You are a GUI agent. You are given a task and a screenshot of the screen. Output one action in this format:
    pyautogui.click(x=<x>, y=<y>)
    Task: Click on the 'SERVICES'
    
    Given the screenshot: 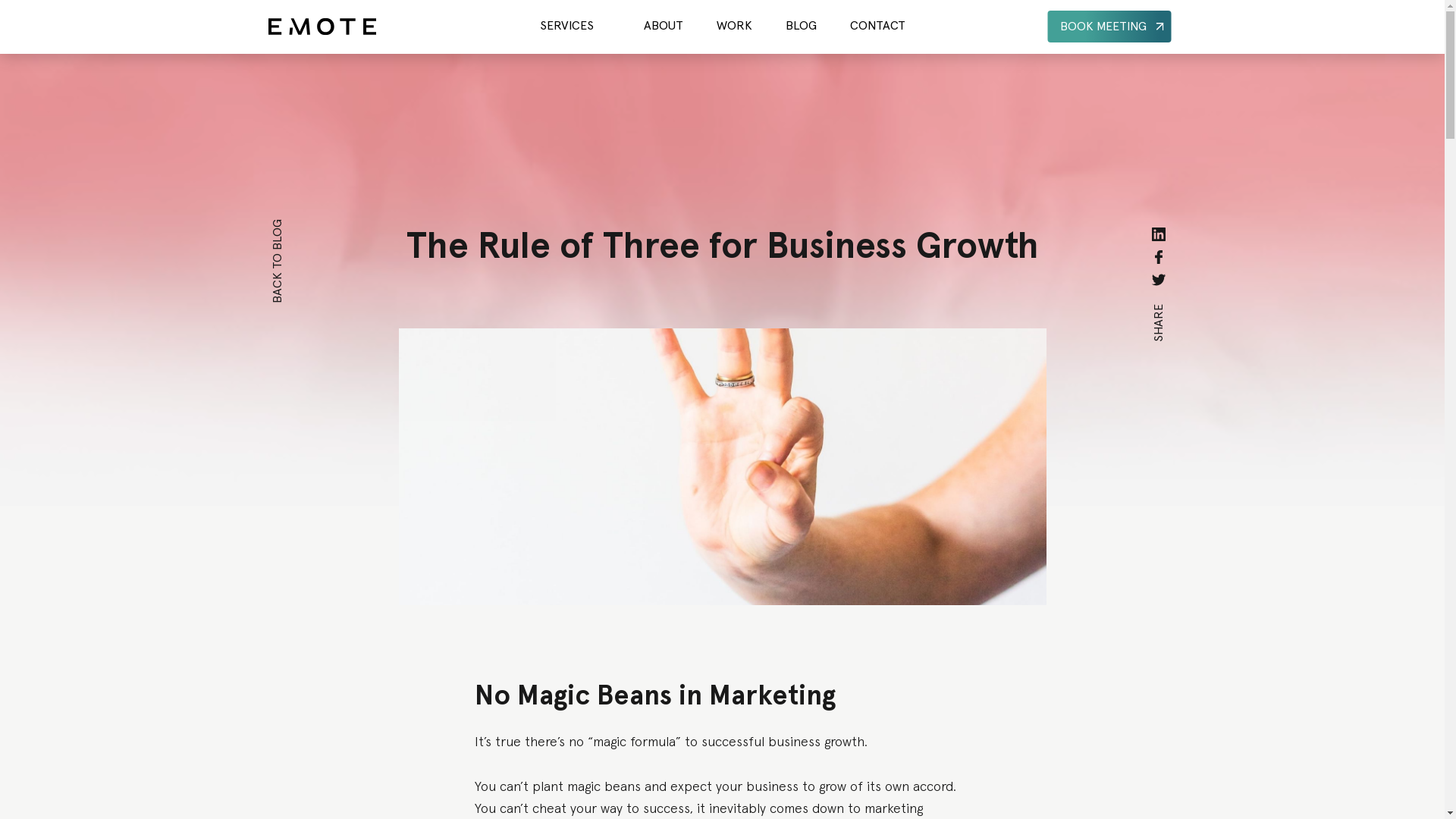 What is the action you would take?
    pyautogui.click(x=539, y=26)
    